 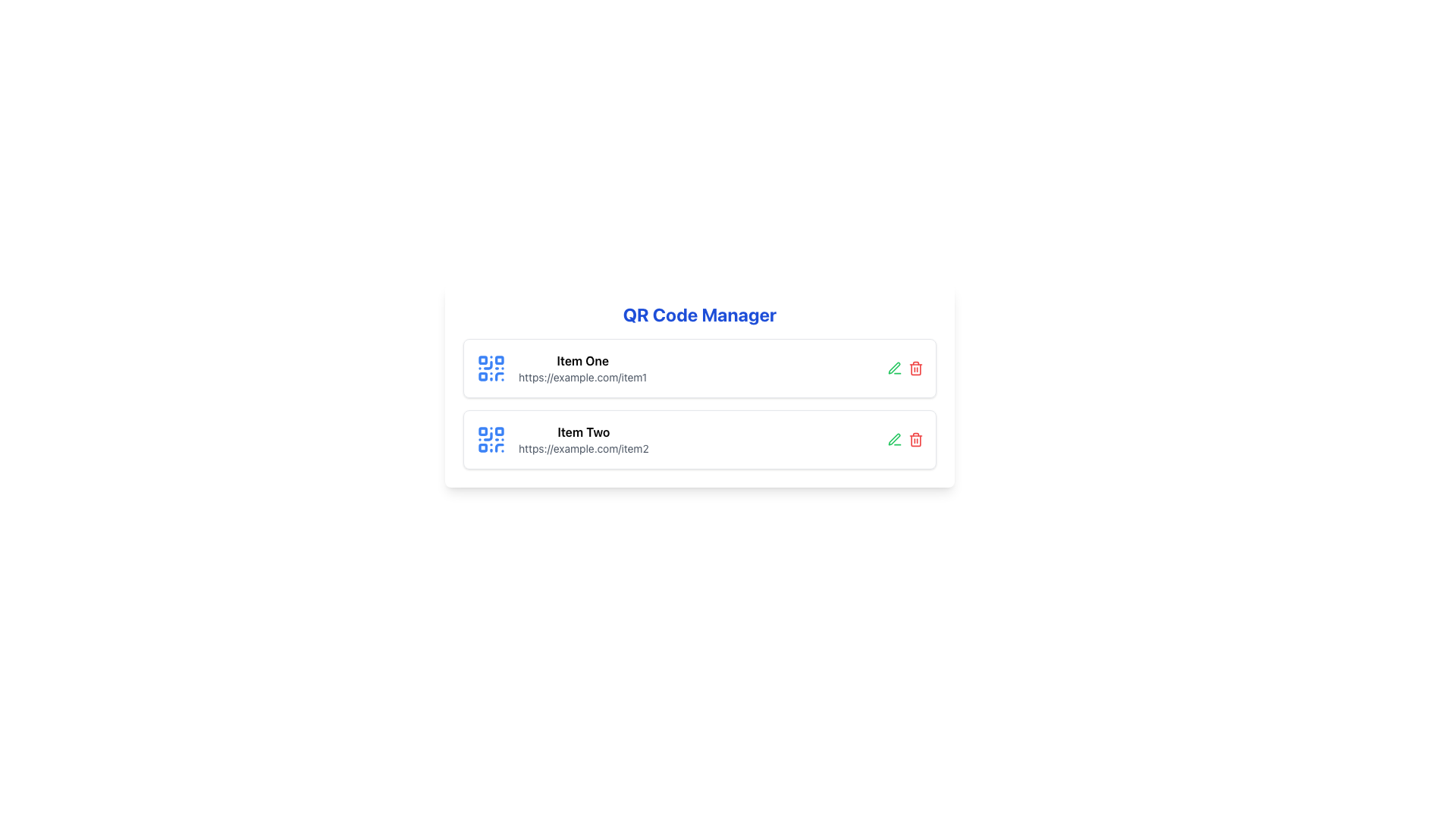 What do you see at coordinates (560, 369) in the screenshot?
I see `the Text display group titled 'Item One' that includes a description with the URL 'https://example.com/item1' and is visually grouped with a blue QR code icon` at bounding box center [560, 369].